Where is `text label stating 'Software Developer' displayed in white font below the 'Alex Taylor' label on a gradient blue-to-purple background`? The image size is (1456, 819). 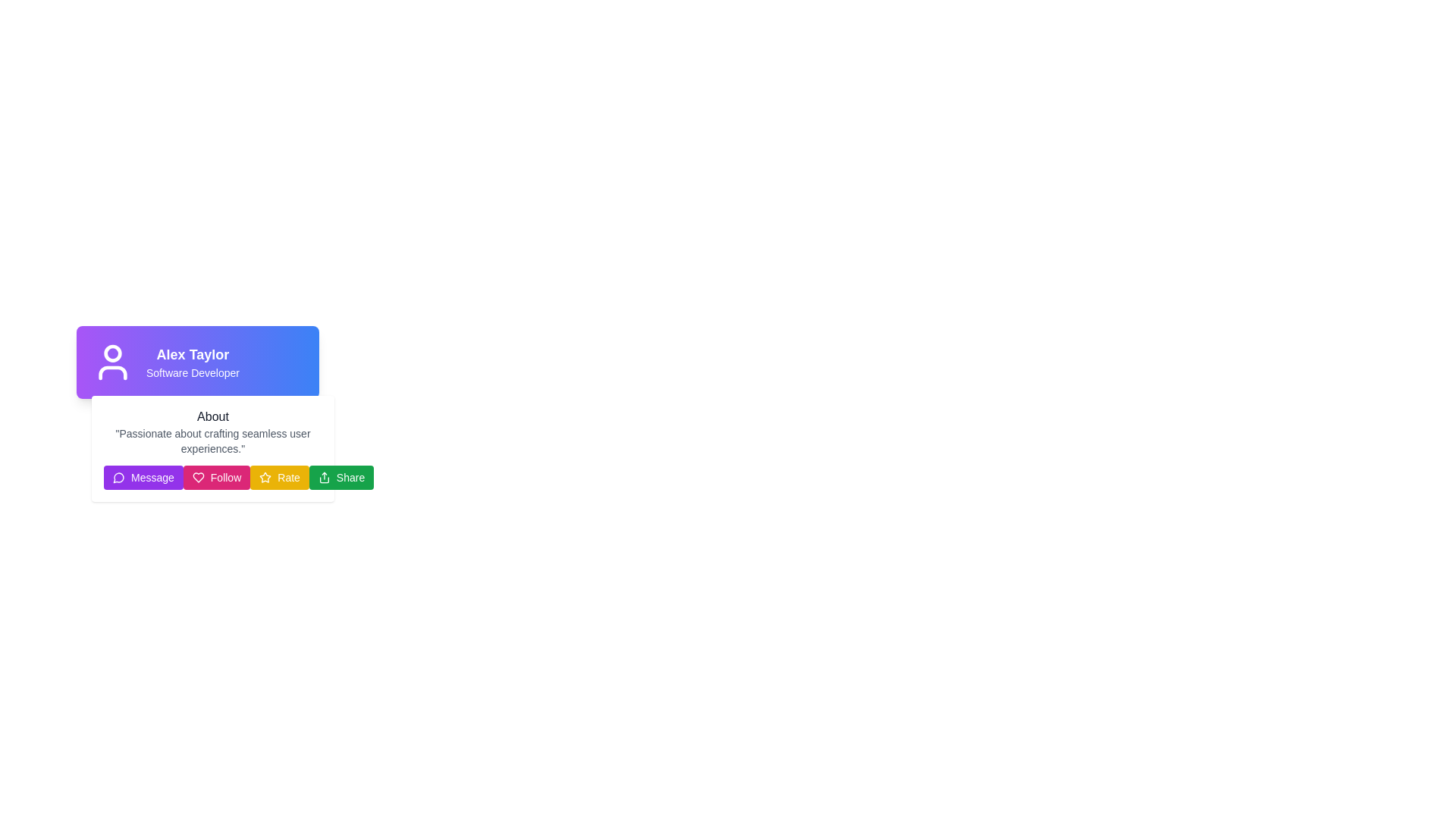 text label stating 'Software Developer' displayed in white font below the 'Alex Taylor' label on a gradient blue-to-purple background is located at coordinates (192, 373).